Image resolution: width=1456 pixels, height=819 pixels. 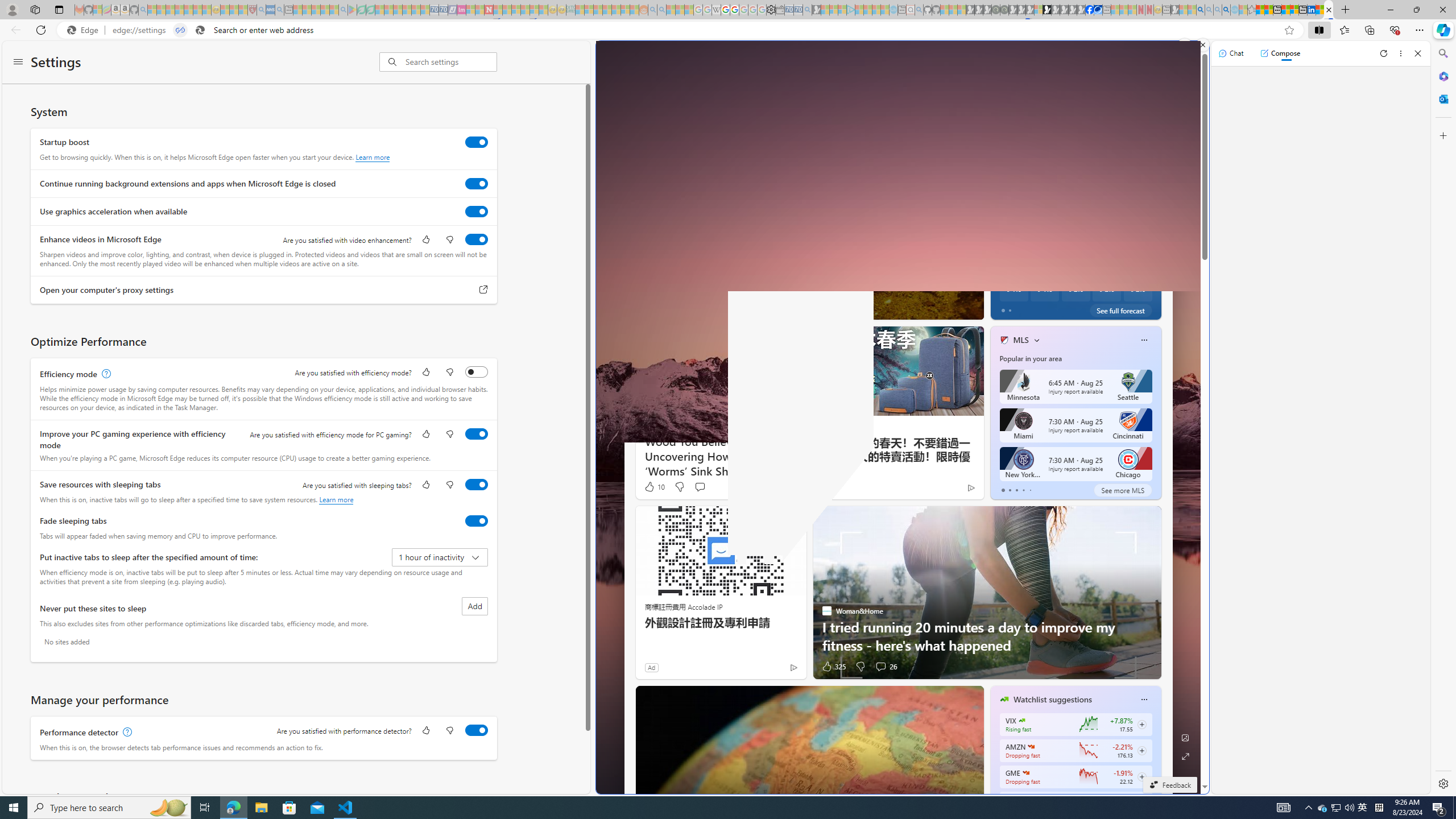 I want to click on 'AutomationID: tab-26', so click(x=835, y=308).